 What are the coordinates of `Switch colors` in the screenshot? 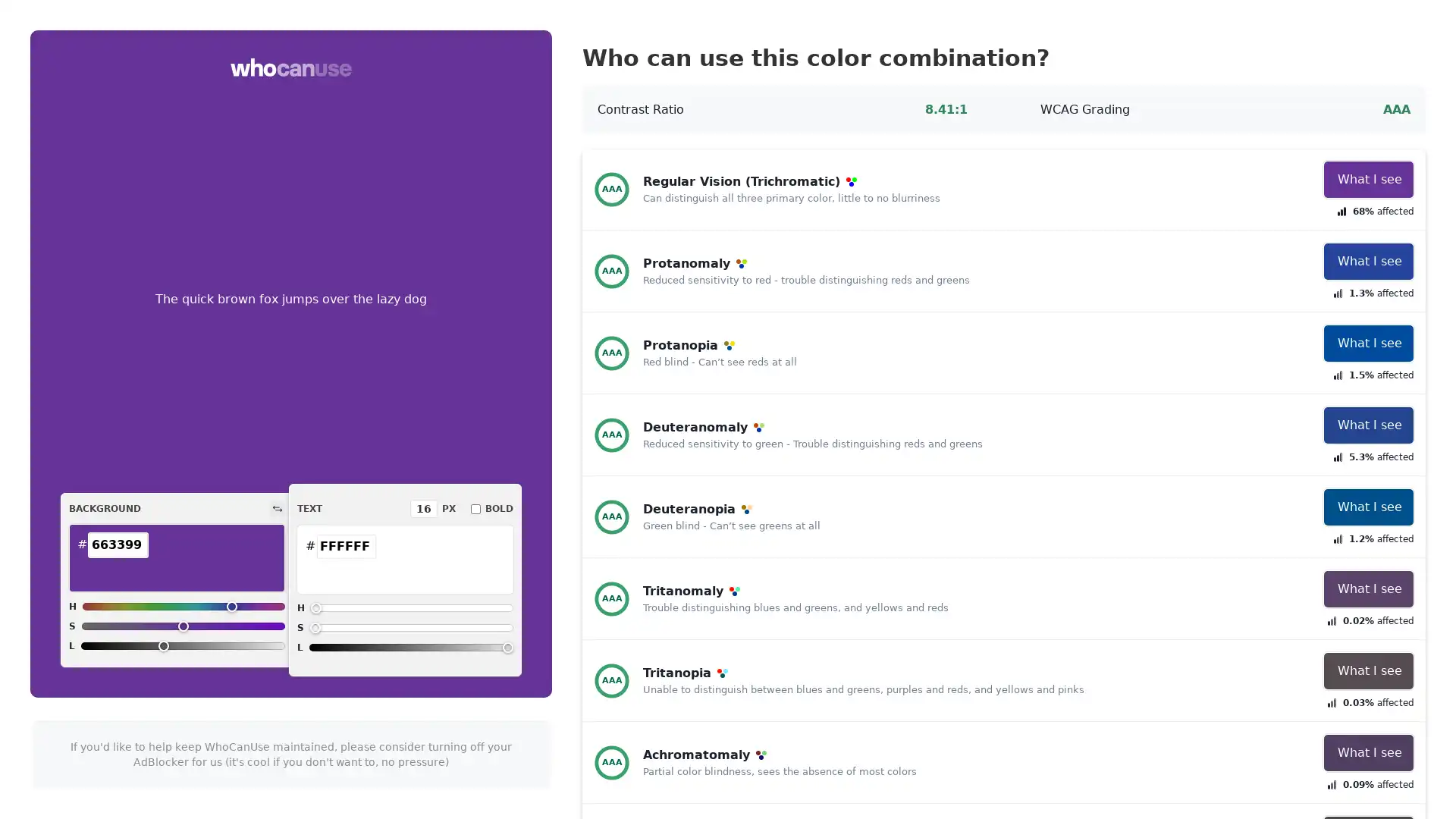 It's located at (277, 509).